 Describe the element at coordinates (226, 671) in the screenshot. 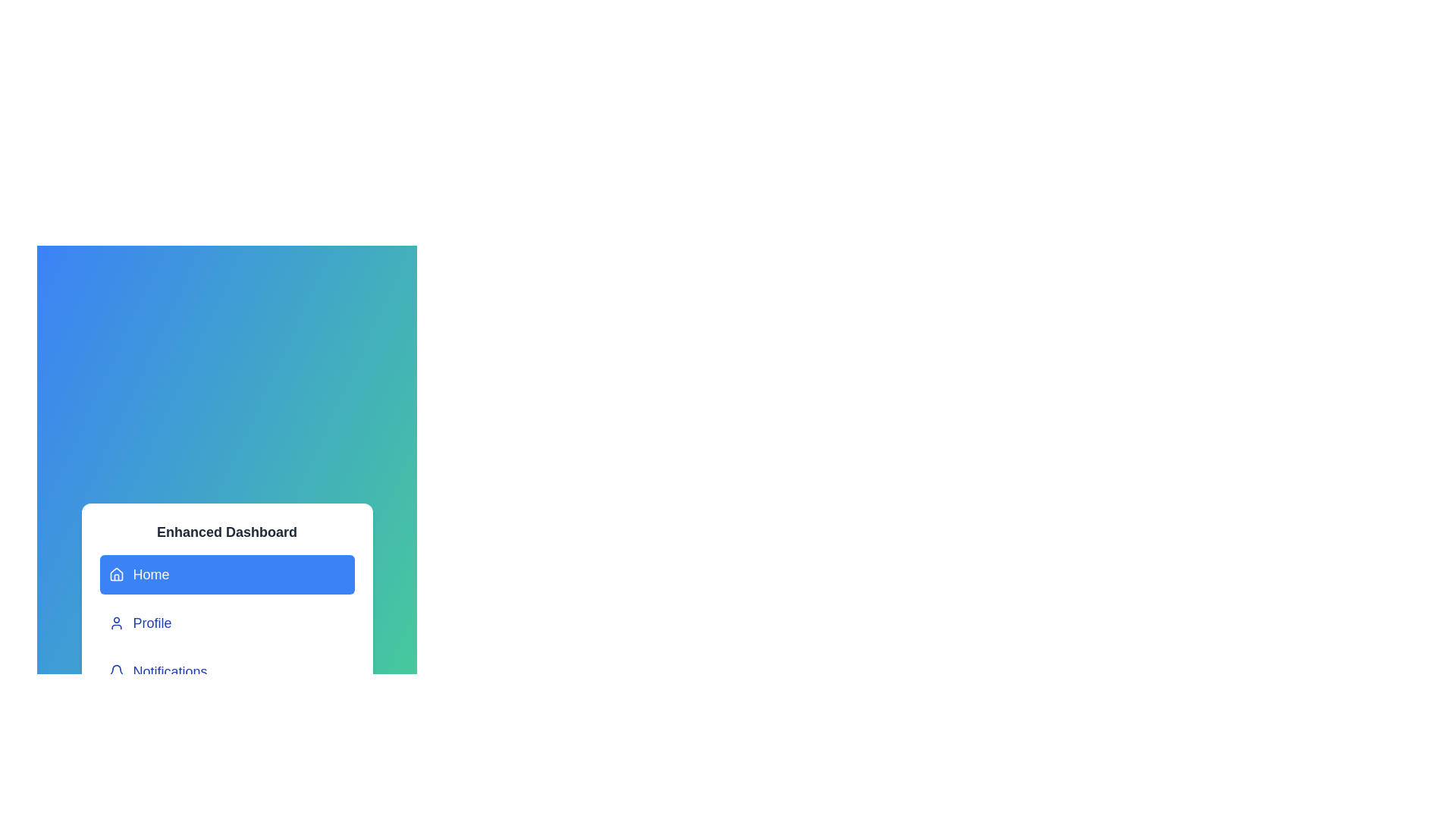

I see `the text labeled Notifications to read its content` at that location.